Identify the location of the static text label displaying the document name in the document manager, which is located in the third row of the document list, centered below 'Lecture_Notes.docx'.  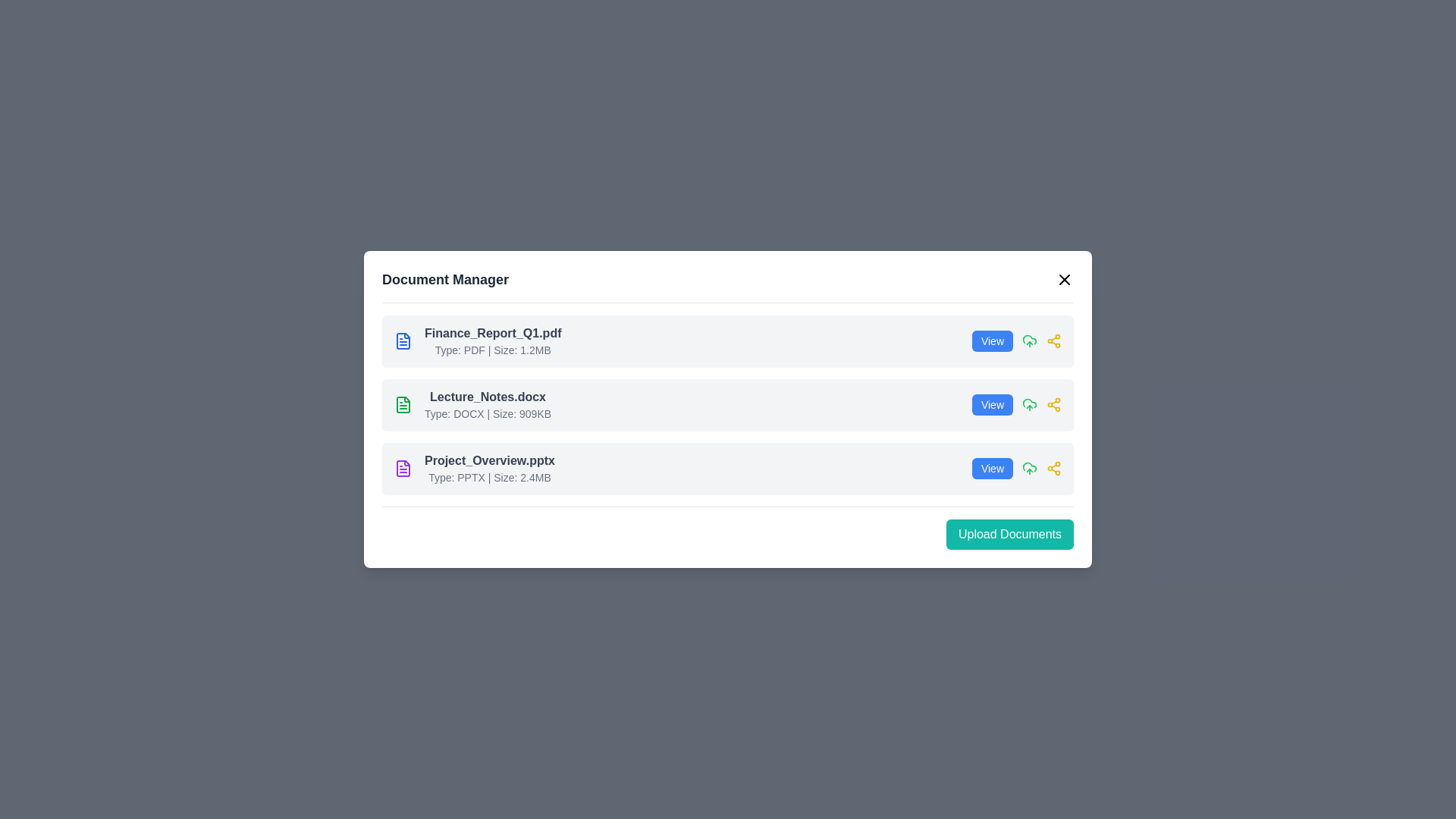
(489, 460).